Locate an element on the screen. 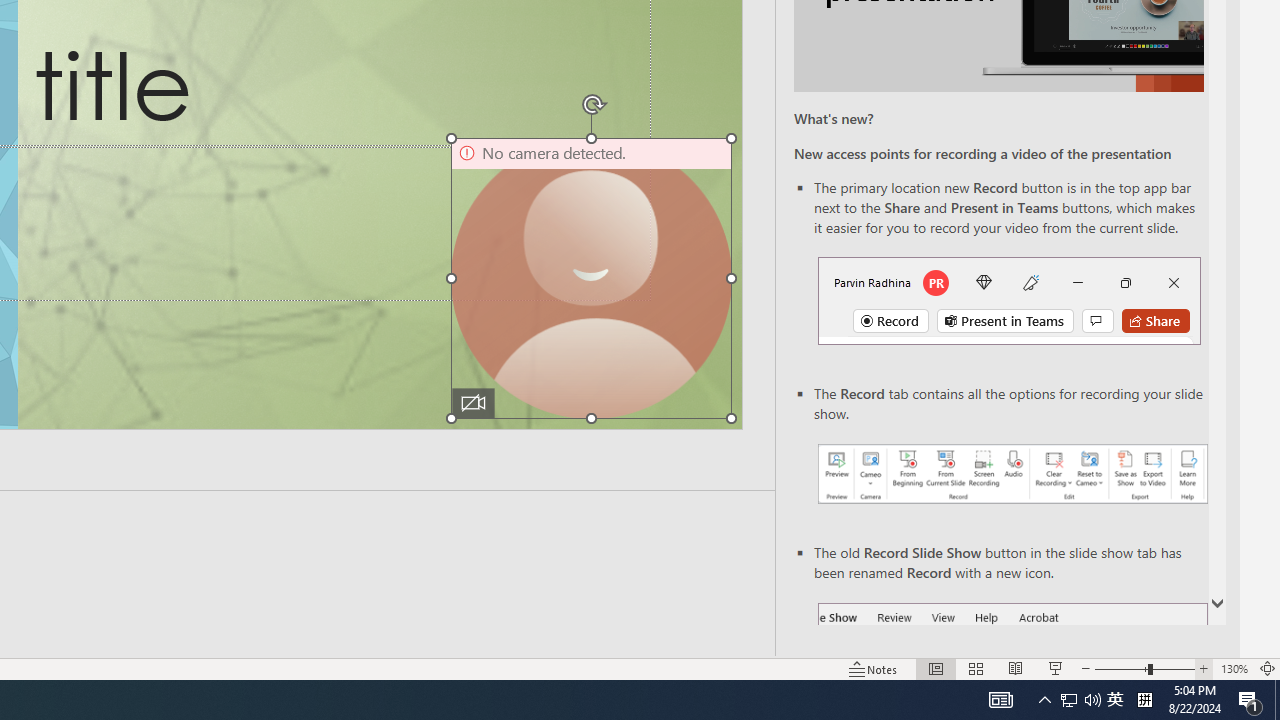 This screenshot has width=1280, height=720. 'Record your presentations screenshot one' is located at coordinates (1013, 474).